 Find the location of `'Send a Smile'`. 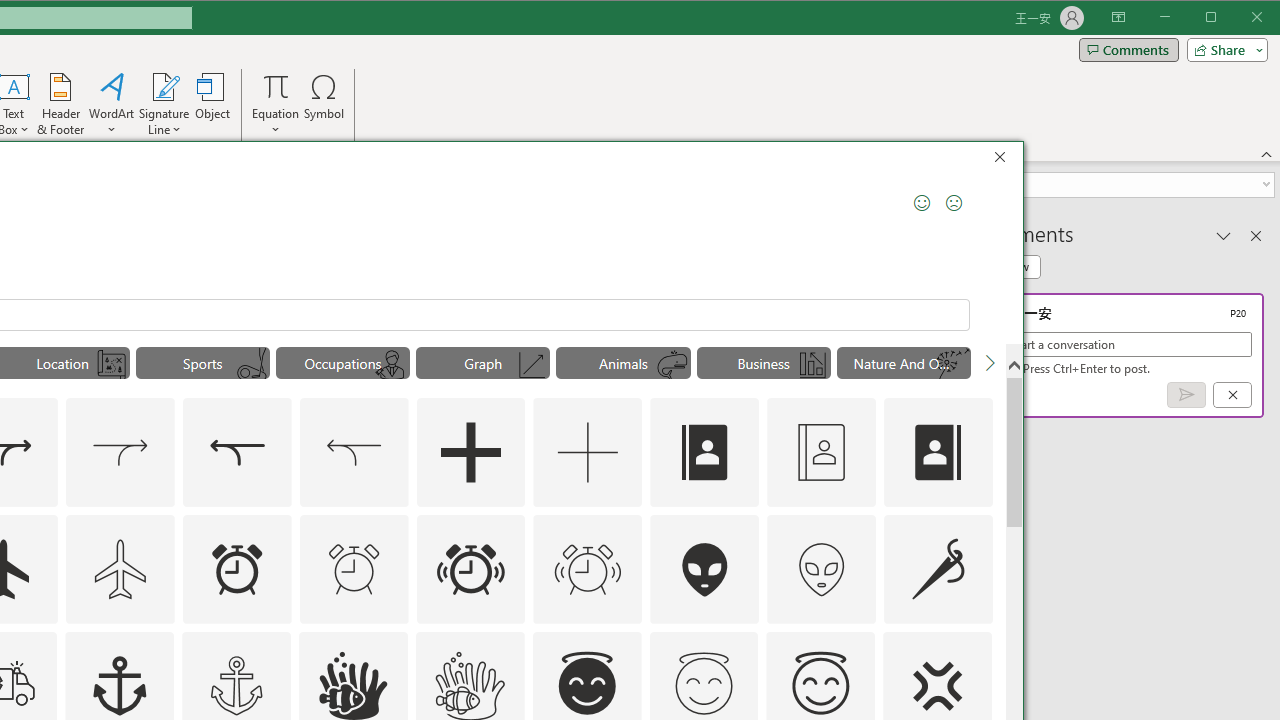

'Send a Smile' is located at coordinates (921, 203).